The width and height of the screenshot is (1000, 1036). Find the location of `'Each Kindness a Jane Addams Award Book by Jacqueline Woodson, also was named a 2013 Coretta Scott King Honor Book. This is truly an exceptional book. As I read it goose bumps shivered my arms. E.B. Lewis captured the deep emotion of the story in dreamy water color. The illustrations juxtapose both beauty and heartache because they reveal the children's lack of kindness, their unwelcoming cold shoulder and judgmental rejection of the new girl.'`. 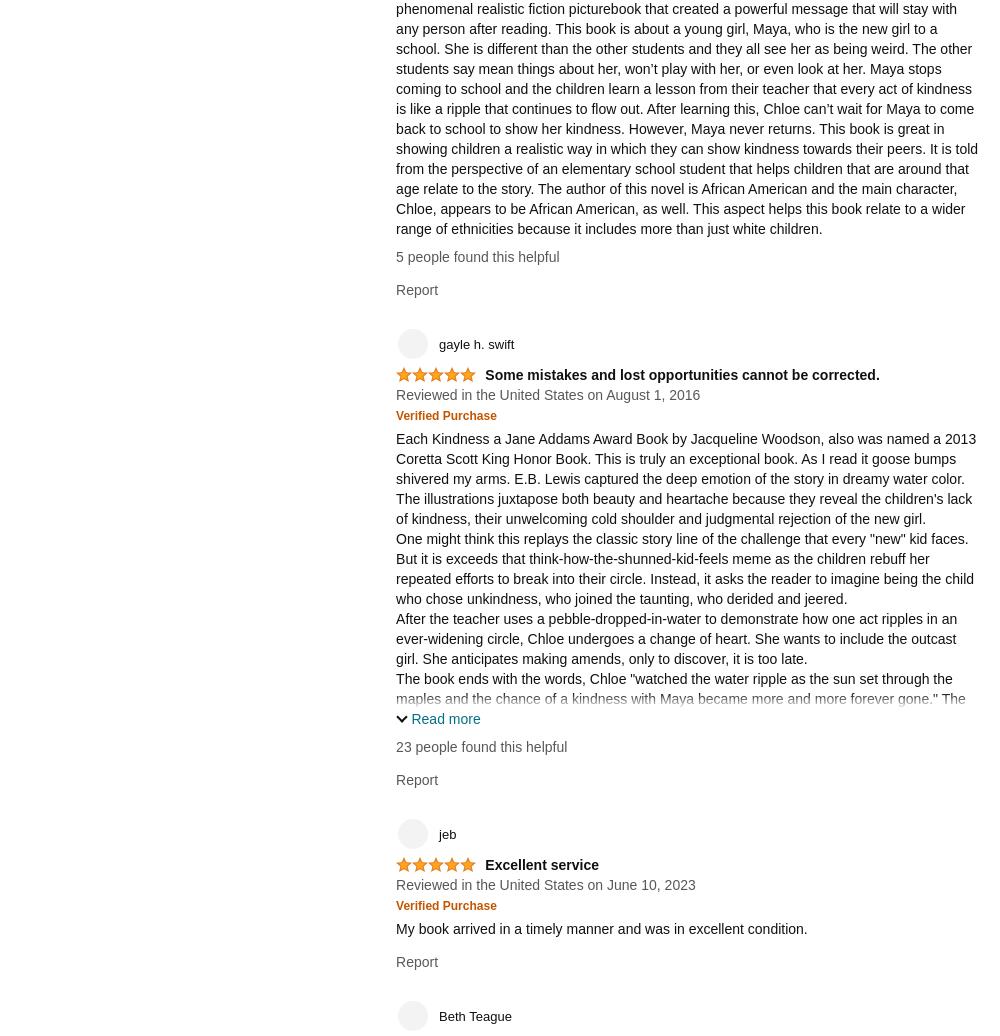

'Each Kindness a Jane Addams Award Book by Jacqueline Woodson, also was named a 2013 Coretta Scott King Honor Book. This is truly an exceptional book. As I read it goose bumps shivered my arms. E.B. Lewis captured the deep emotion of the story in dreamy water color. The illustrations juxtapose both beauty and heartache because they reveal the children's lack of kindness, their unwelcoming cold shoulder and judgmental rejection of the new girl.' is located at coordinates (686, 479).